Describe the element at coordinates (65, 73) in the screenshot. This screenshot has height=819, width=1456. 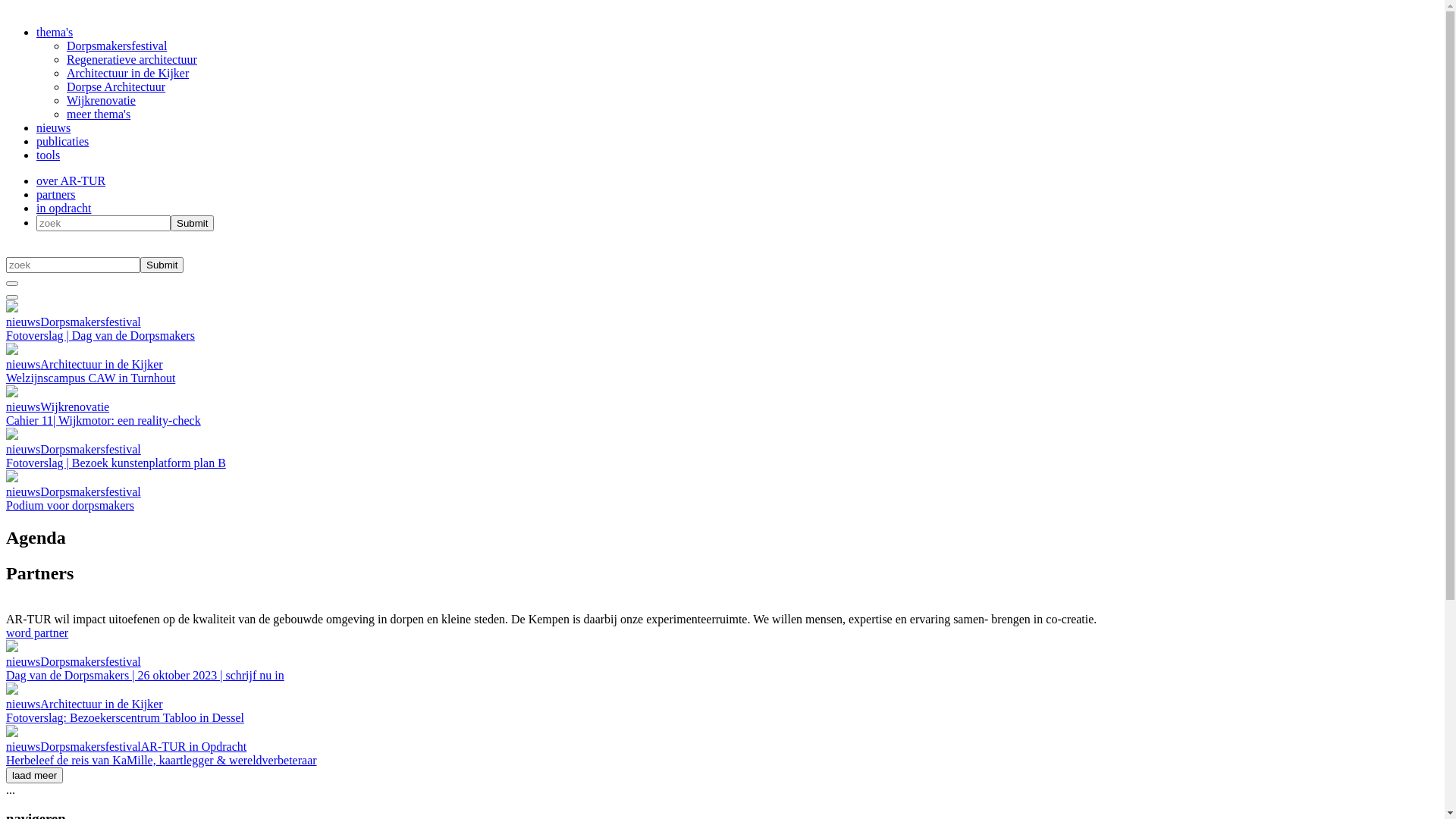
I see `'Architectuur in de Kijker'` at that location.